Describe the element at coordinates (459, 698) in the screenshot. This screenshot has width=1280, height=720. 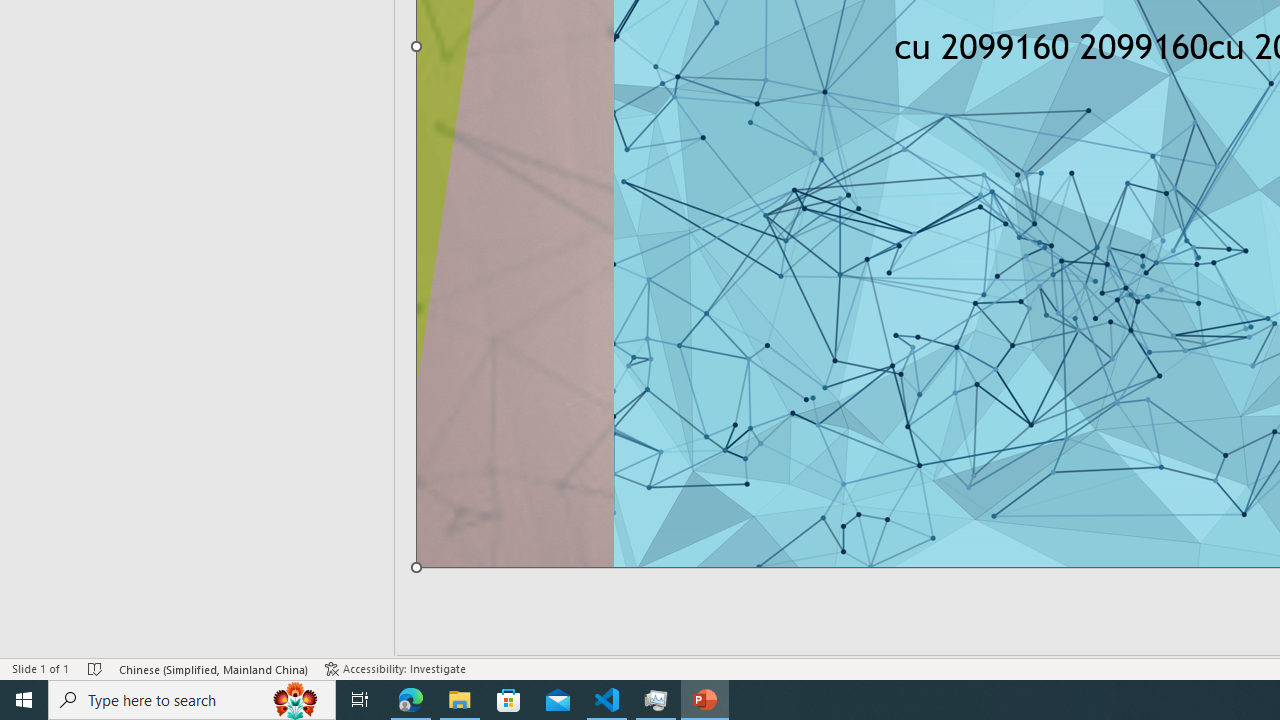
I see `'File Explorer - 1 running window'` at that location.